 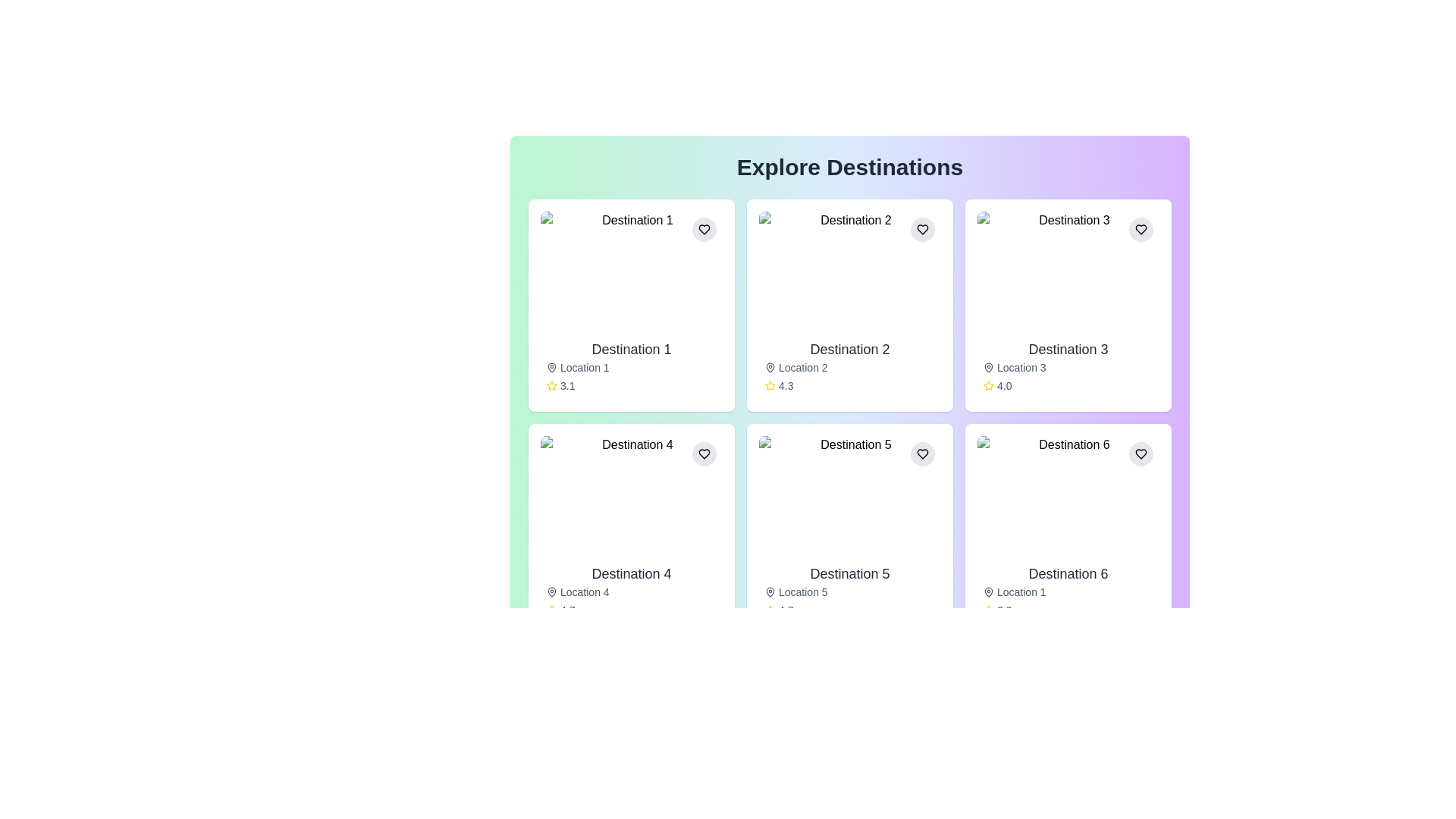 I want to click on the location marker icon adjacent to the text 'Location 4', so click(x=551, y=591).